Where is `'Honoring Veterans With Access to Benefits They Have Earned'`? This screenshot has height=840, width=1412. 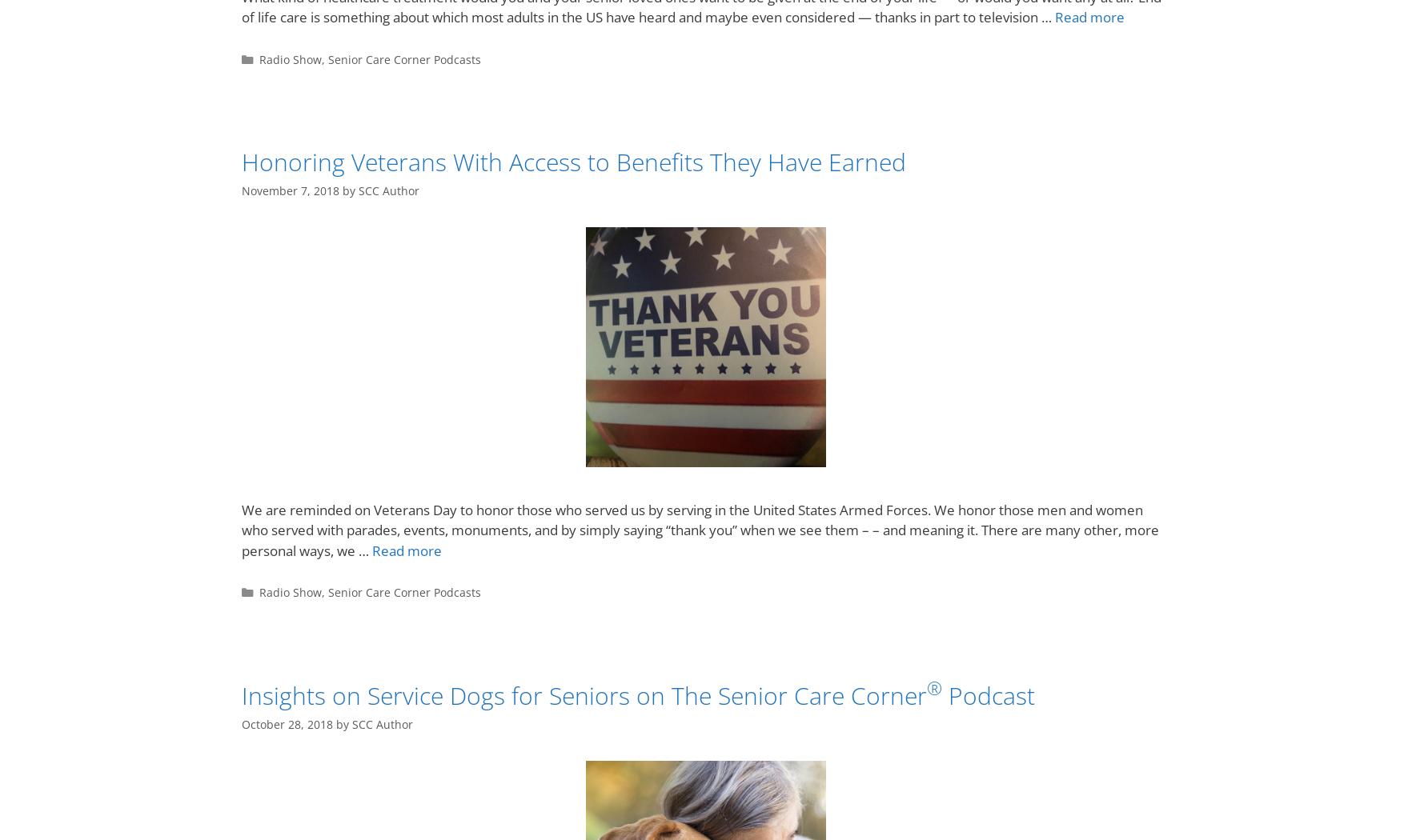 'Honoring Veterans With Access to Benefits They Have Earned' is located at coordinates (241, 161).